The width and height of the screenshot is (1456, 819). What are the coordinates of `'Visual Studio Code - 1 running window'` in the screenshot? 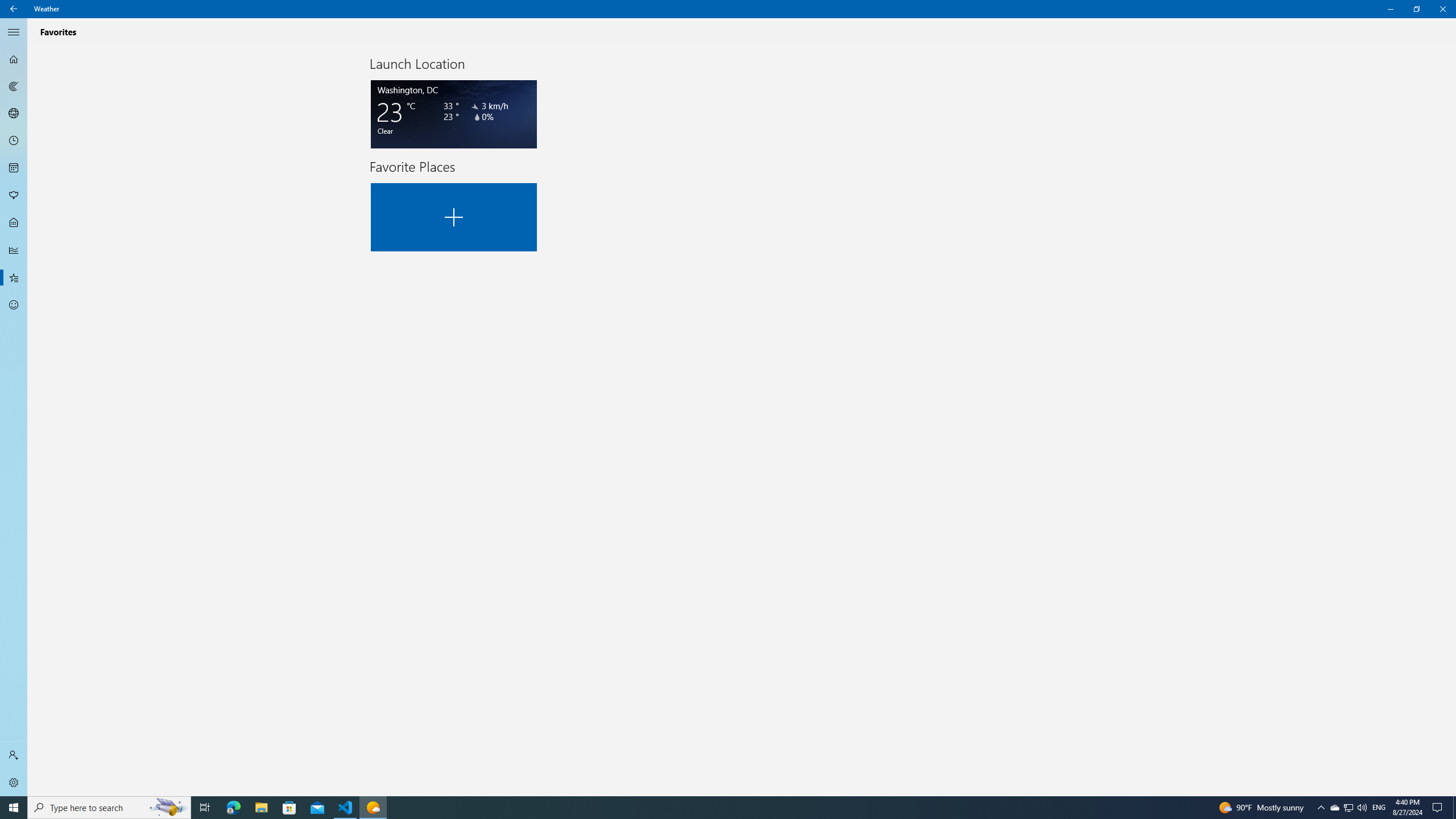 It's located at (345, 806).